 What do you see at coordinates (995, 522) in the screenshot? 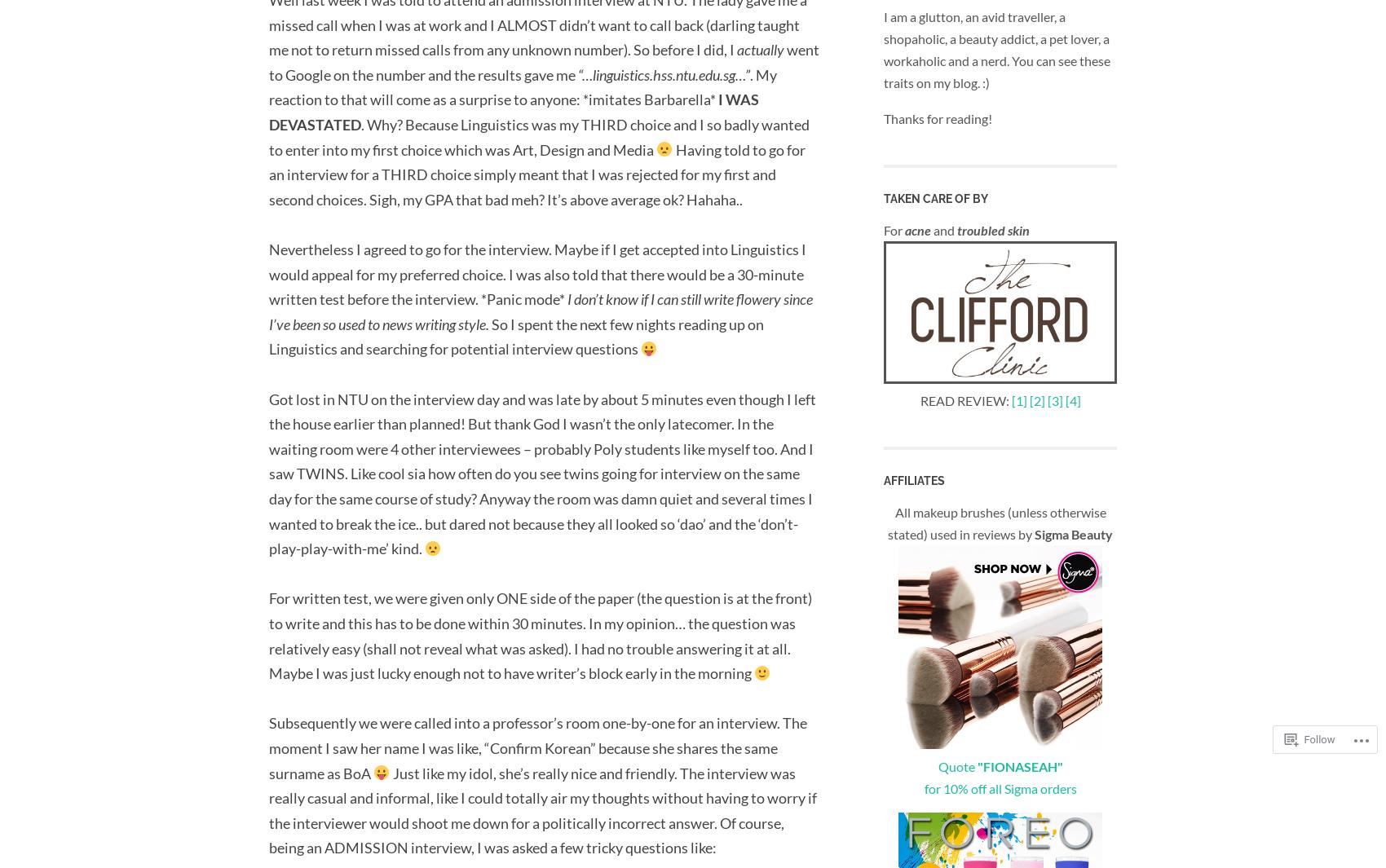
I see `'All makeup brushes (unless otherwise stated) used in reviews by'` at bounding box center [995, 522].